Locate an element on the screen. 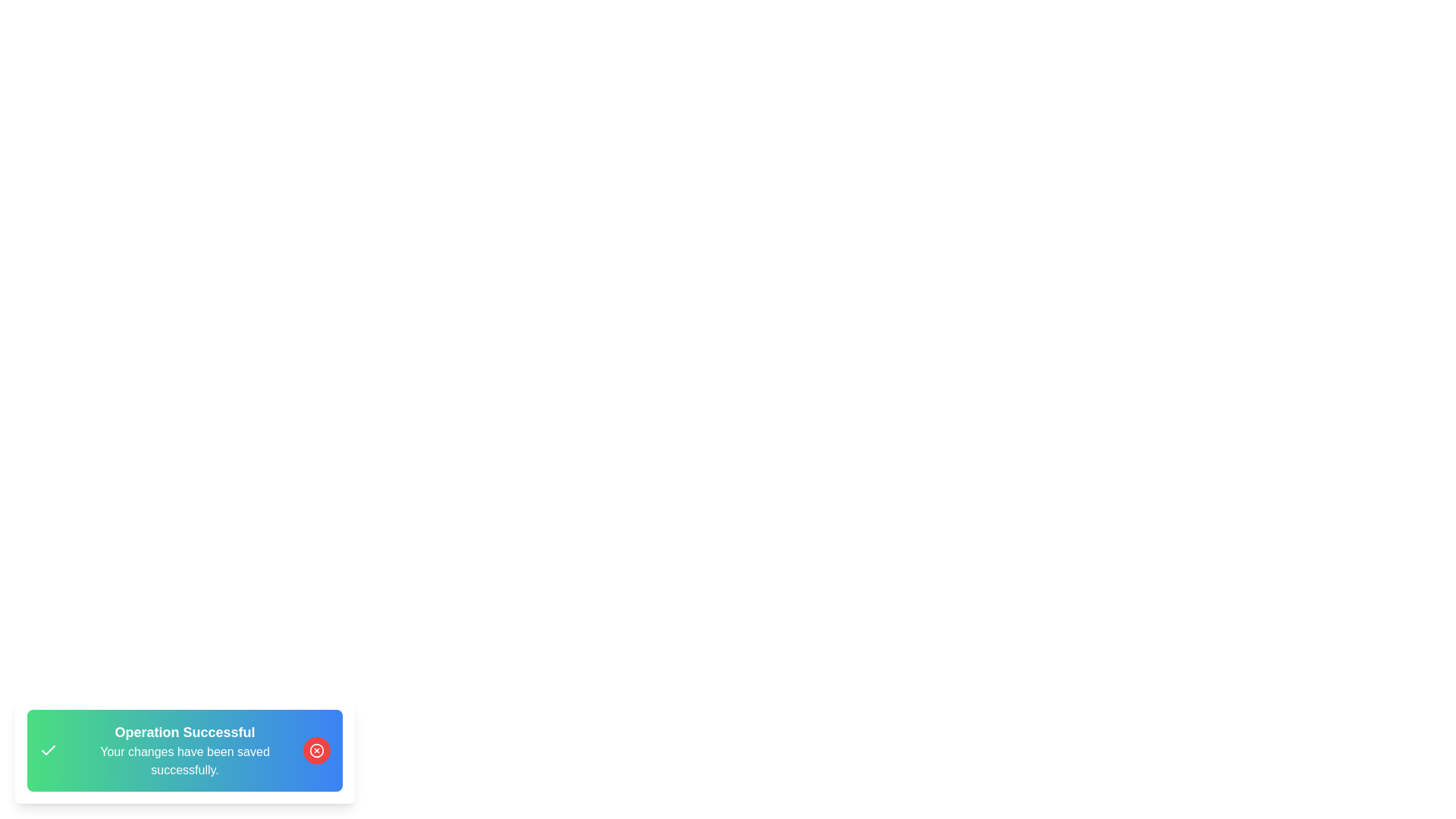 This screenshot has height=819, width=1456. the close button of the snackbar to close it is located at coordinates (315, 751).